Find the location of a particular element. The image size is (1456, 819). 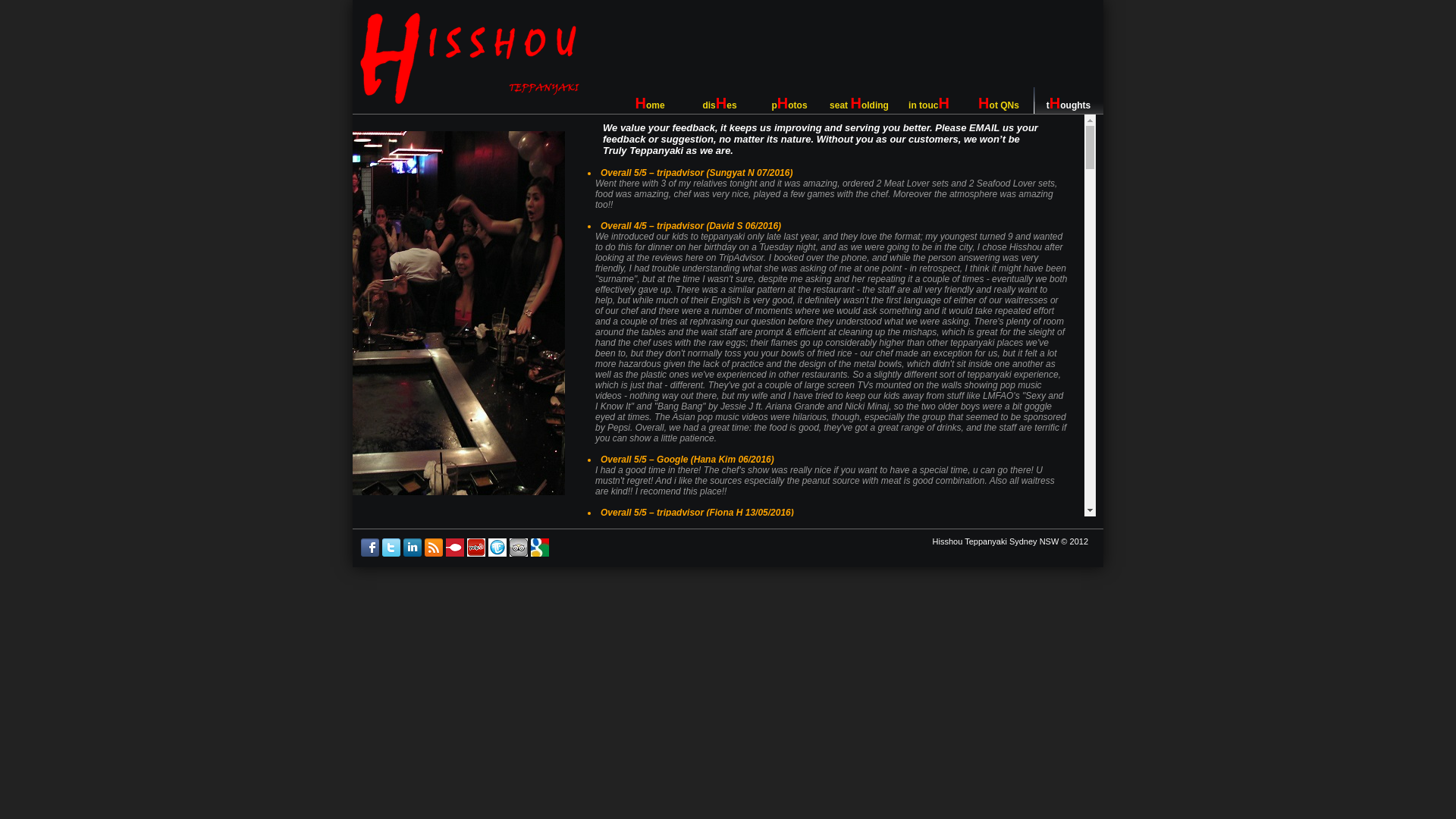

'linkedin' is located at coordinates (412, 553).